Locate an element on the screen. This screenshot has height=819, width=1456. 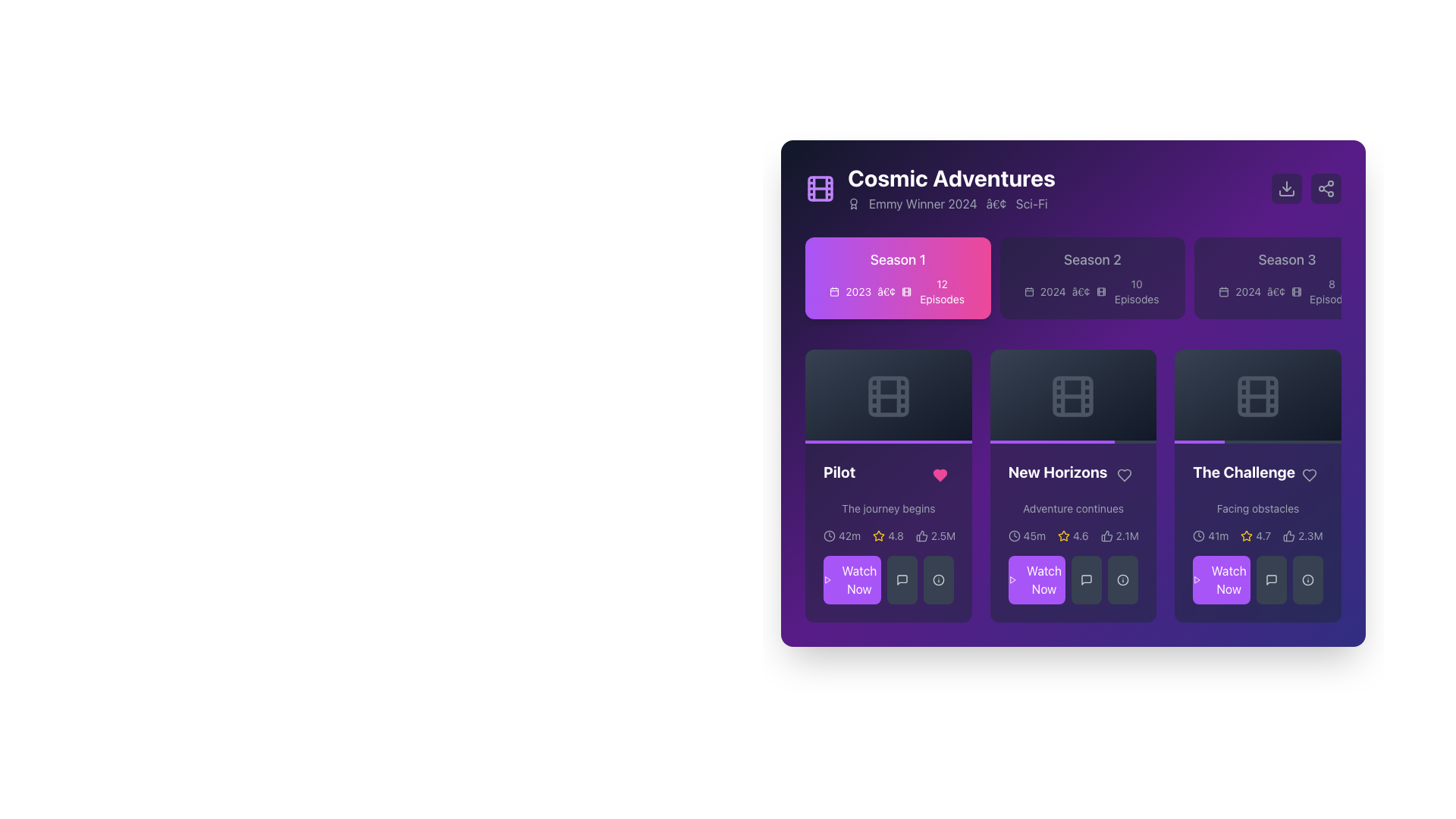
the 'Watch Now' button, which contains a decorative play symbol is located at coordinates (827, 579).